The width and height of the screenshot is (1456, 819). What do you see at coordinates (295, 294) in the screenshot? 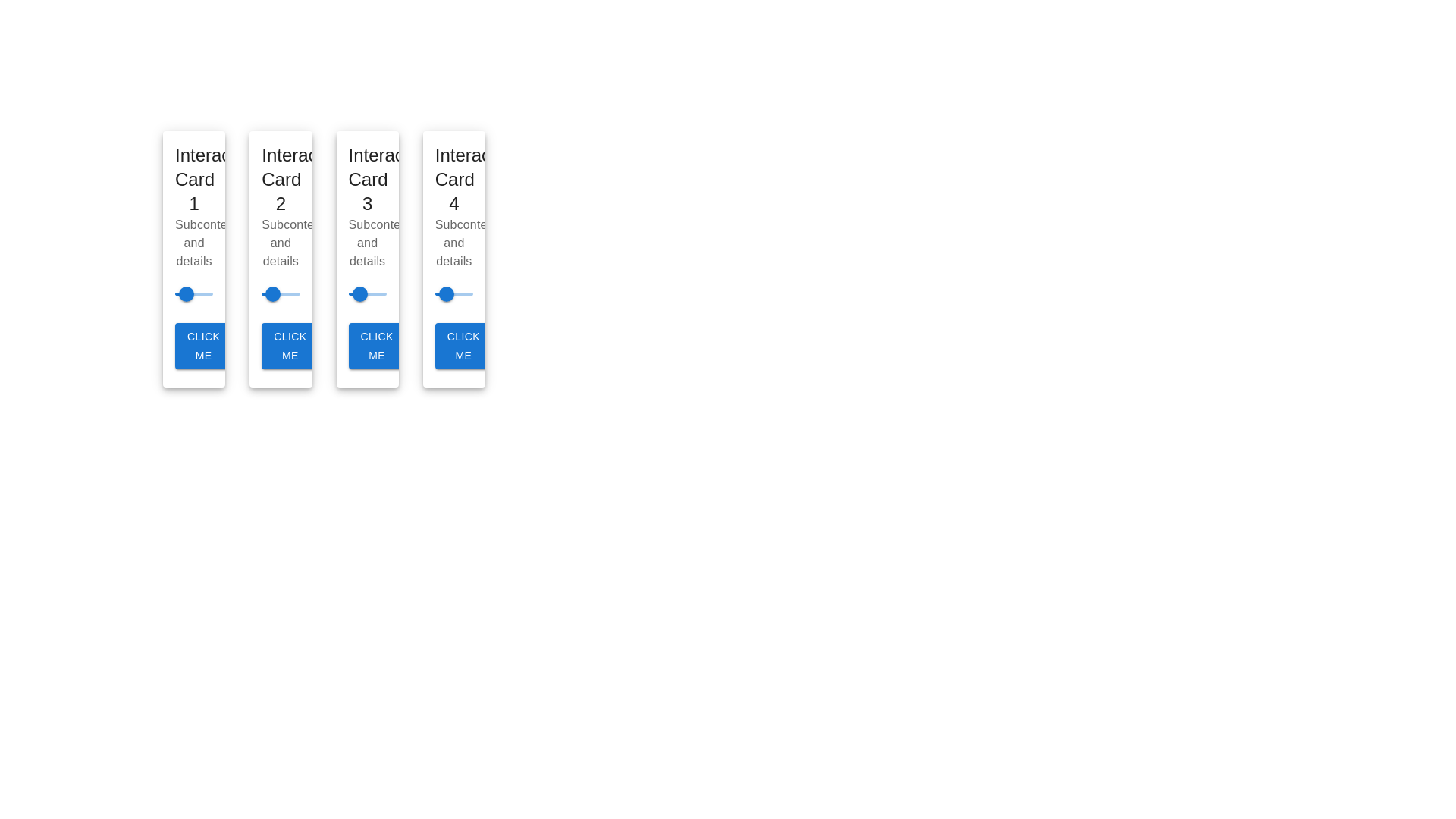
I see `the slider` at bounding box center [295, 294].